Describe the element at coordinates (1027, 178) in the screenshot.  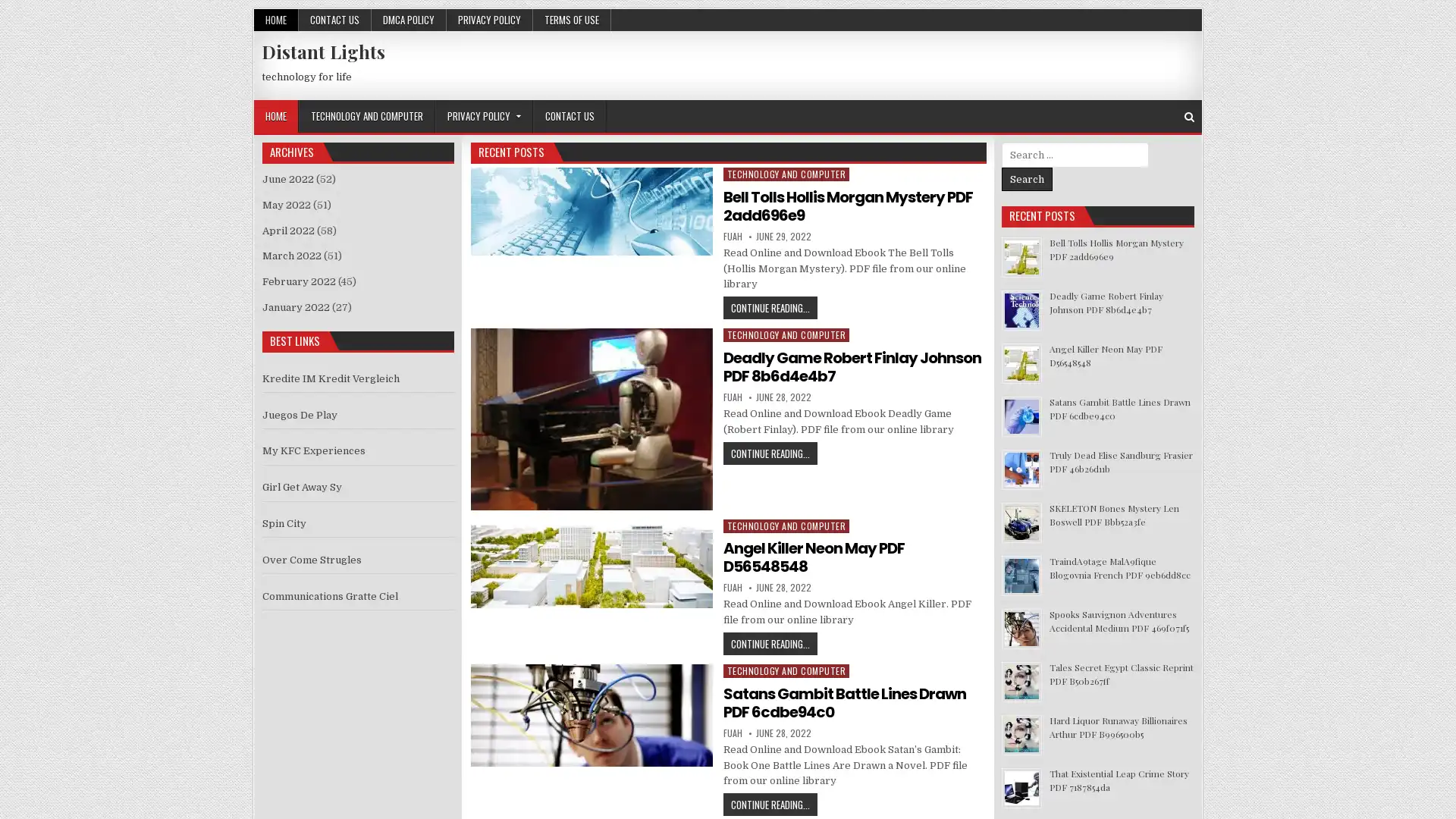
I see `Search` at that location.